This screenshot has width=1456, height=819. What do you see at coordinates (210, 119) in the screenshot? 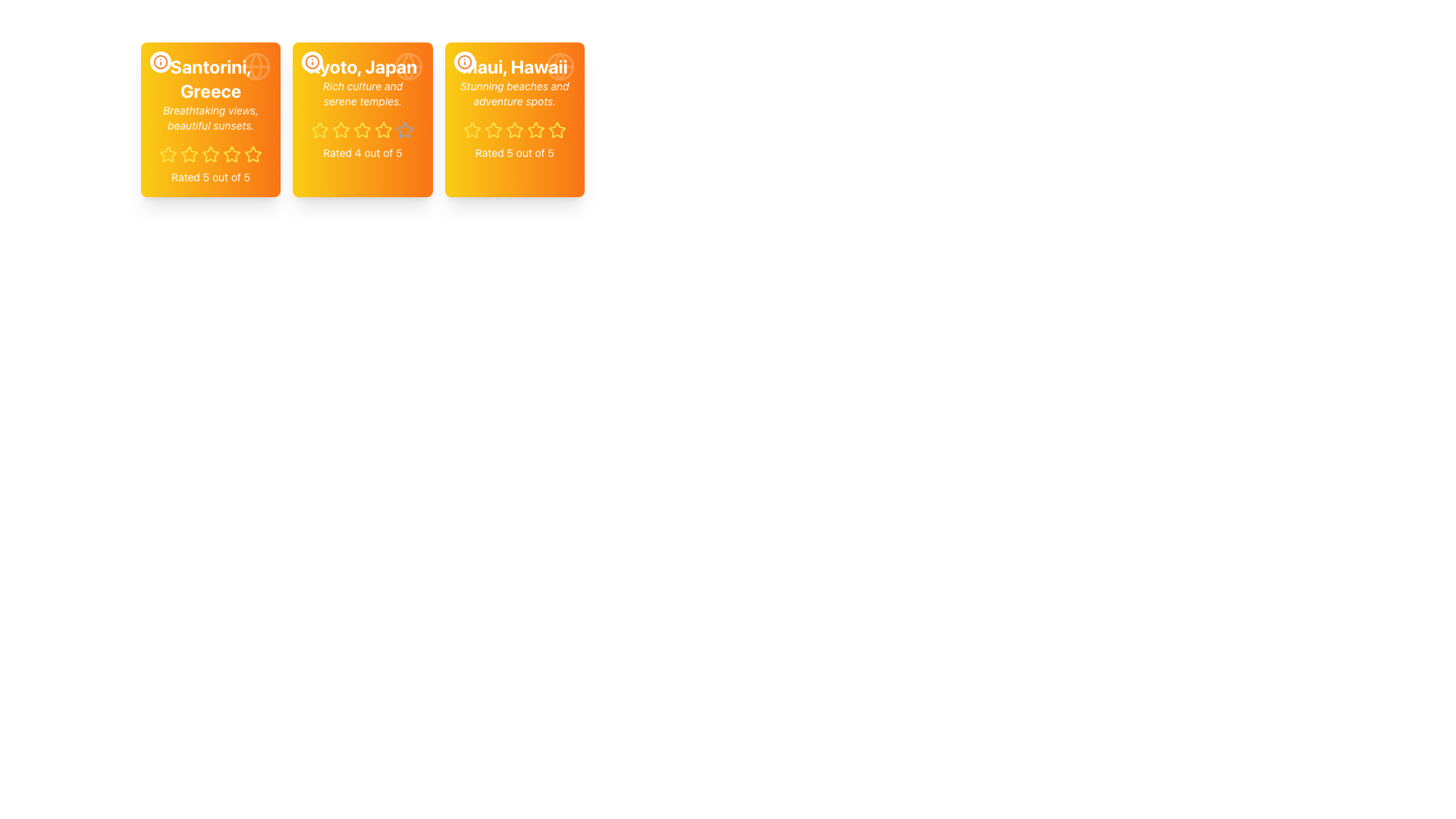
I see `the first travel destination card that displays its name, description, and user rating in a grid layout` at bounding box center [210, 119].